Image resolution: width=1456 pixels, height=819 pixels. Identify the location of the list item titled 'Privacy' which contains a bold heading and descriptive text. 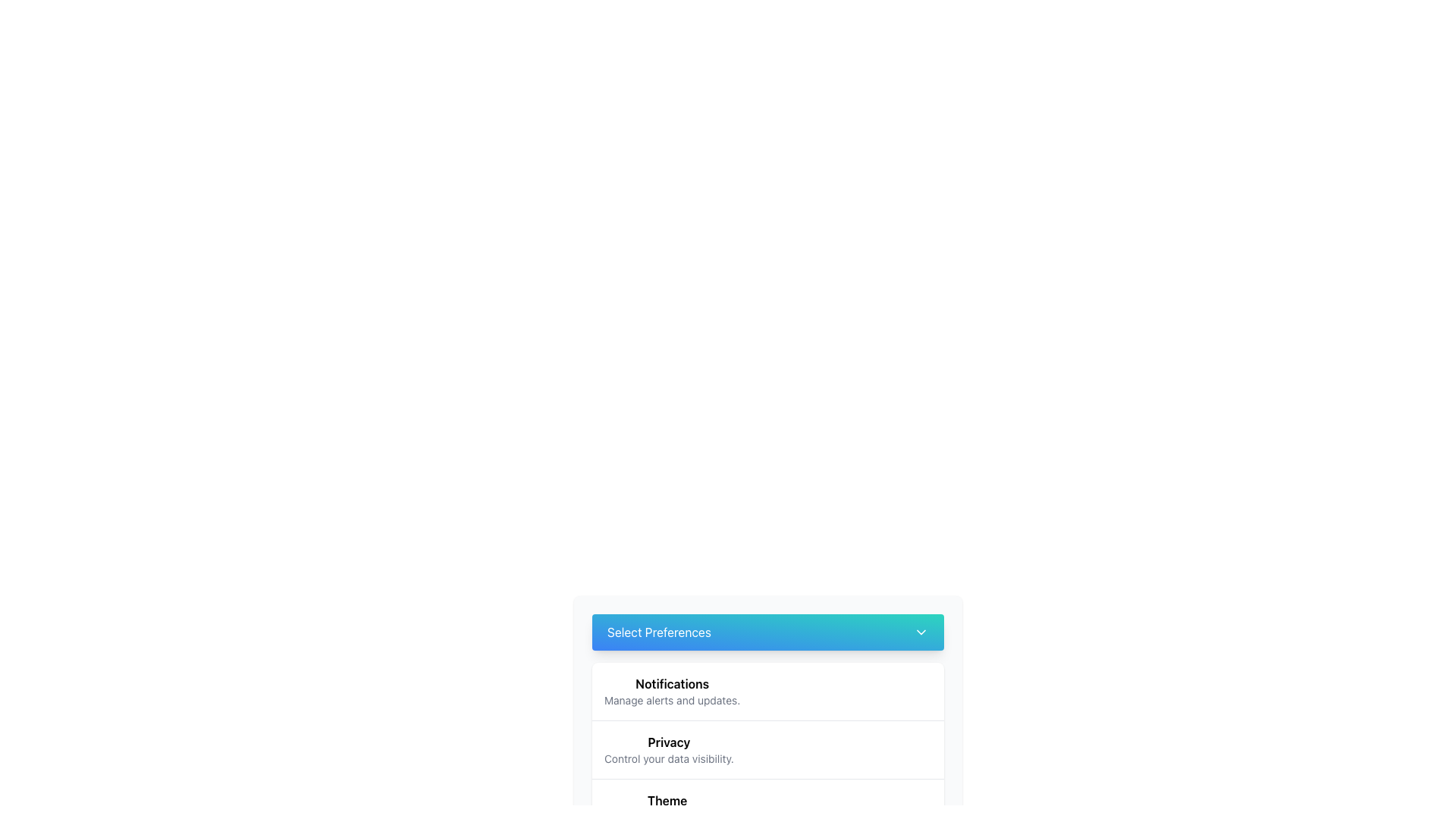
(668, 748).